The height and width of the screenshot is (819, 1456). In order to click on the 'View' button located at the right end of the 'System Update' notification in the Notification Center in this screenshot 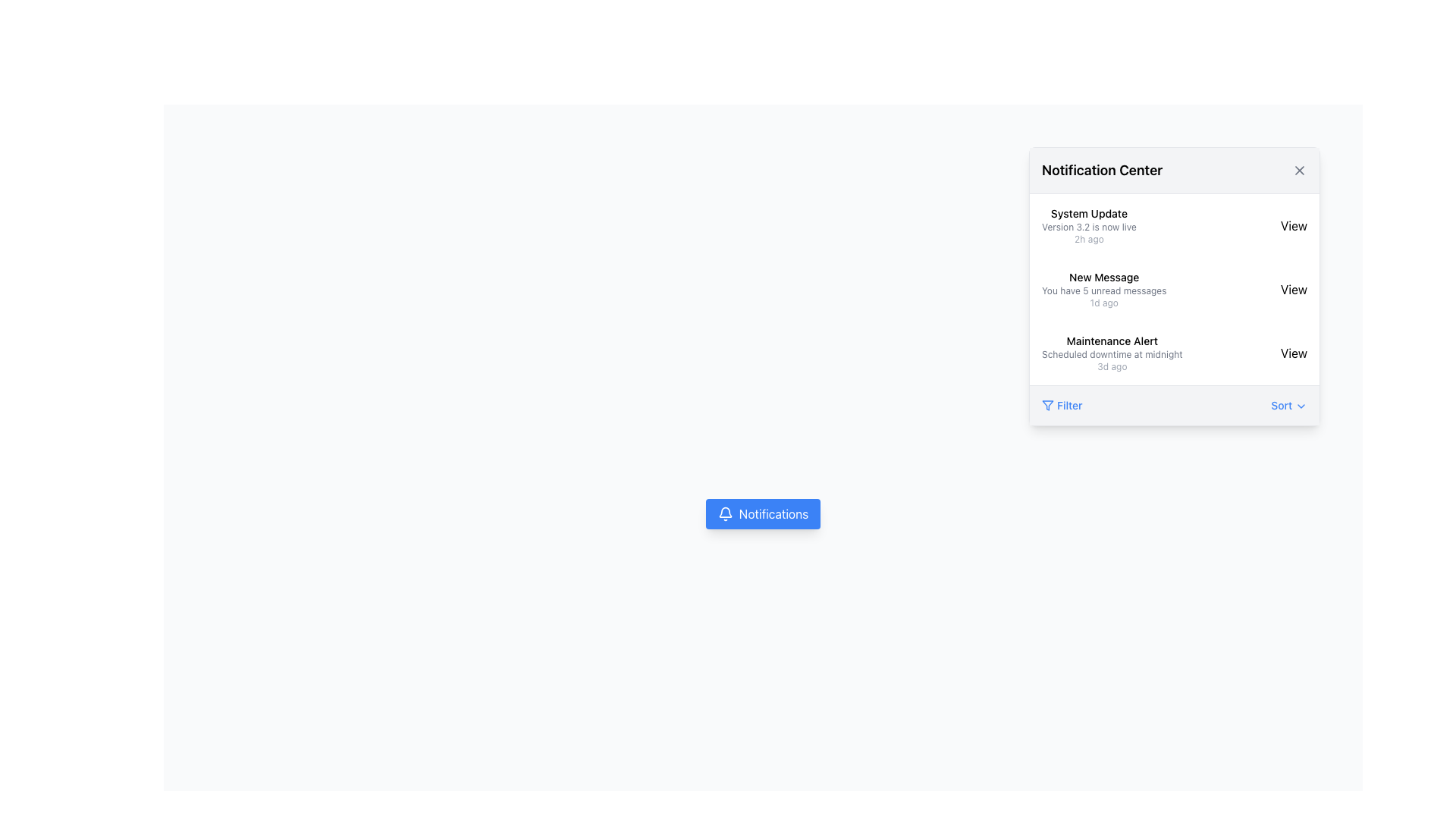, I will do `click(1293, 225)`.